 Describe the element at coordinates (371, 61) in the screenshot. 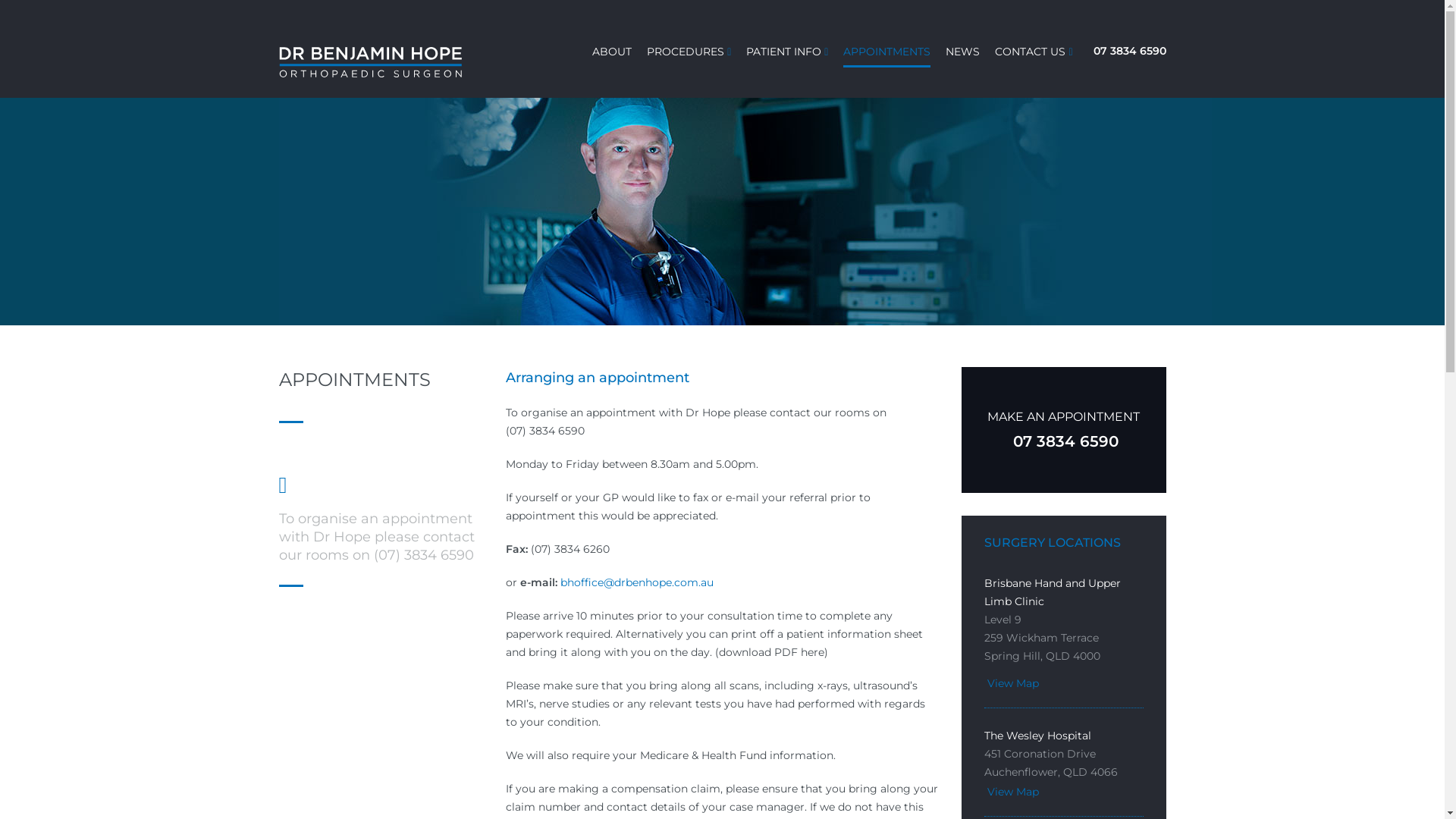

I see `'image logo'` at that location.